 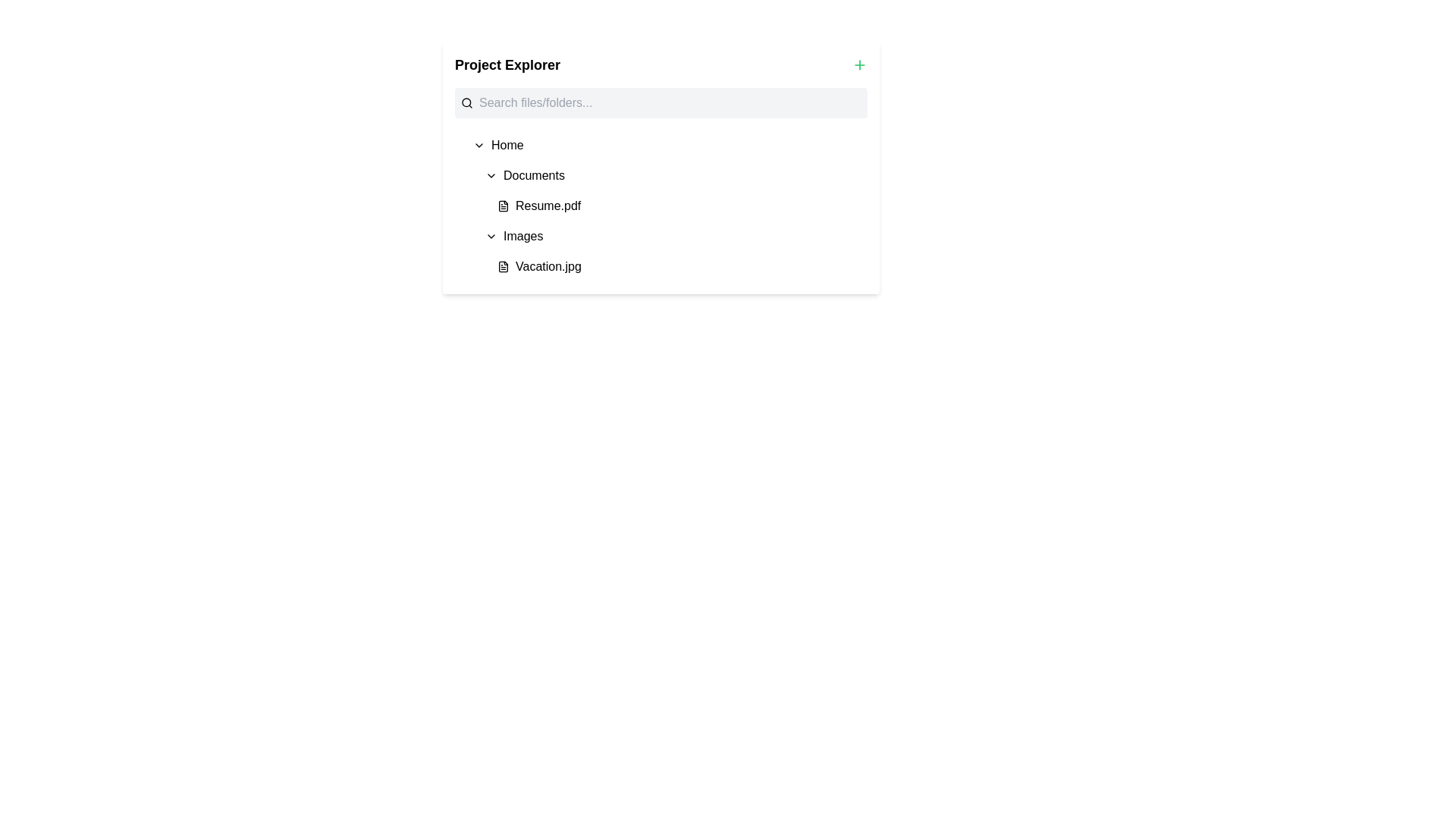 What do you see at coordinates (548, 265) in the screenshot?
I see `the label representing the file name 'Vacation.jpg' located in the 'Images' folder within the 'Project Explorer'` at bounding box center [548, 265].